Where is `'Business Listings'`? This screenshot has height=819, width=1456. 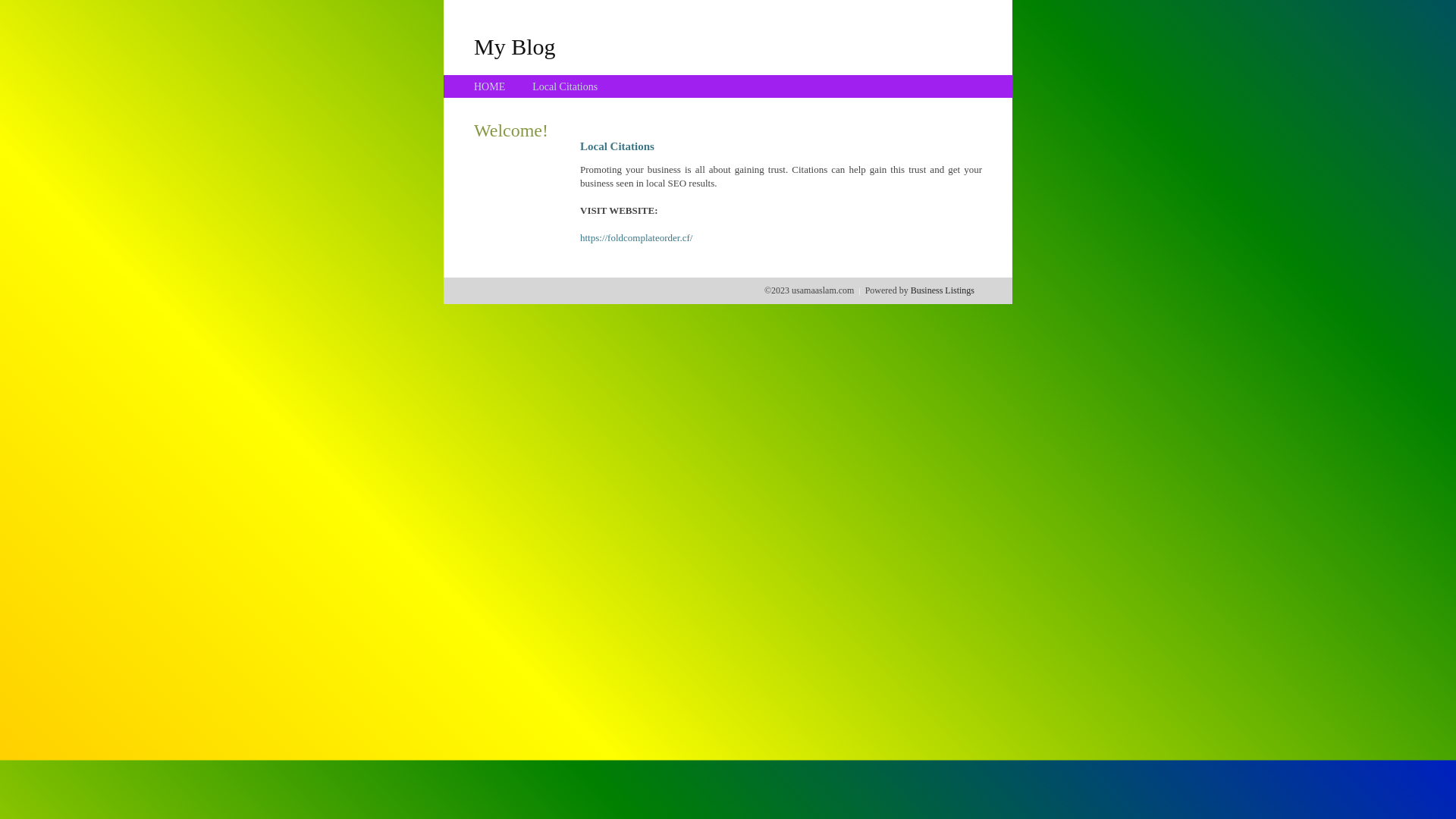 'Business Listings' is located at coordinates (942, 290).